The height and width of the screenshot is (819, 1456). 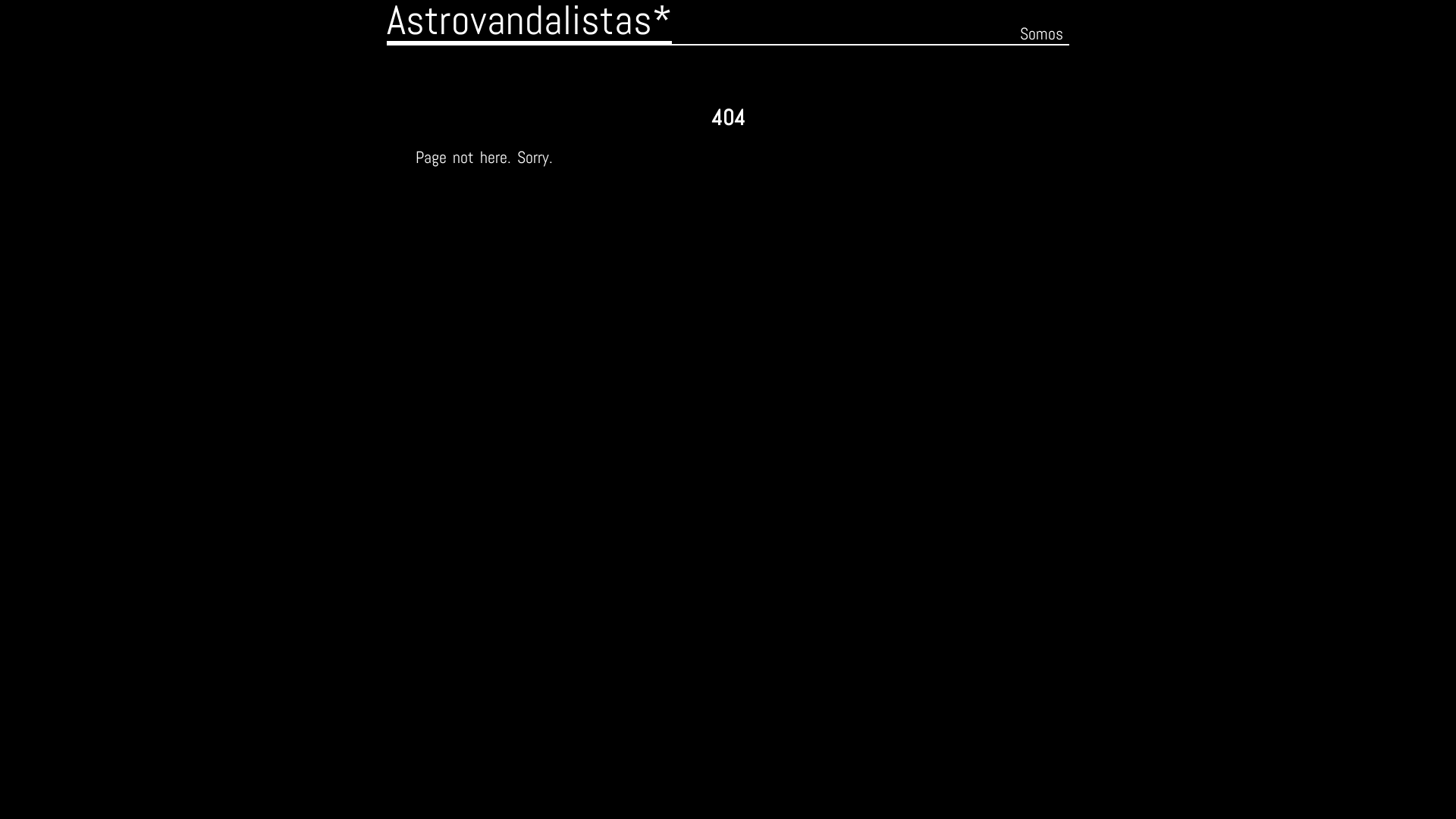 What do you see at coordinates (529, 22) in the screenshot?
I see `'Astrovandalistas*'` at bounding box center [529, 22].